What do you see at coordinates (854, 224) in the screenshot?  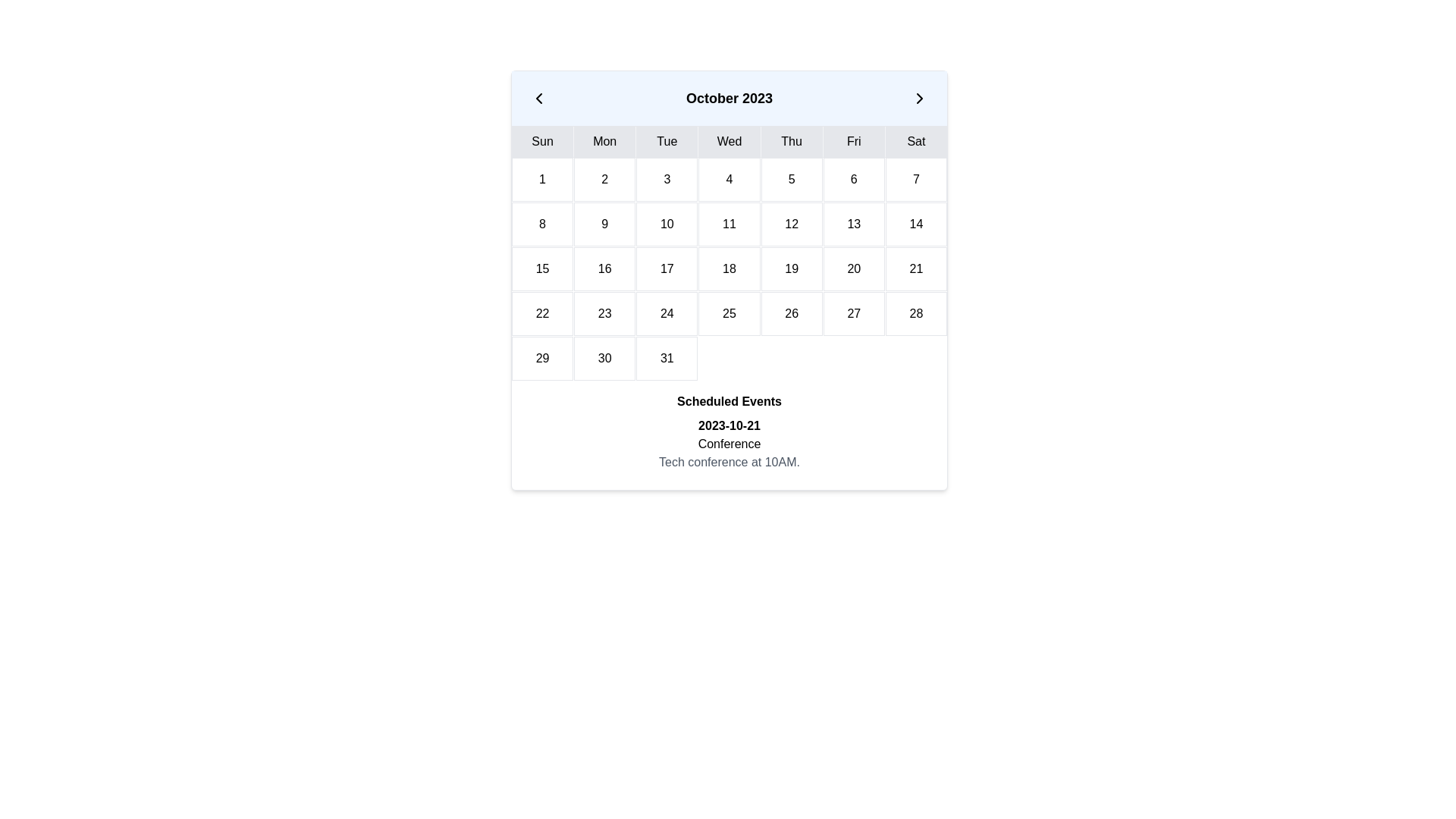 I see `the calendar date cell displaying the number '13' in the sixth column of the second row` at bounding box center [854, 224].